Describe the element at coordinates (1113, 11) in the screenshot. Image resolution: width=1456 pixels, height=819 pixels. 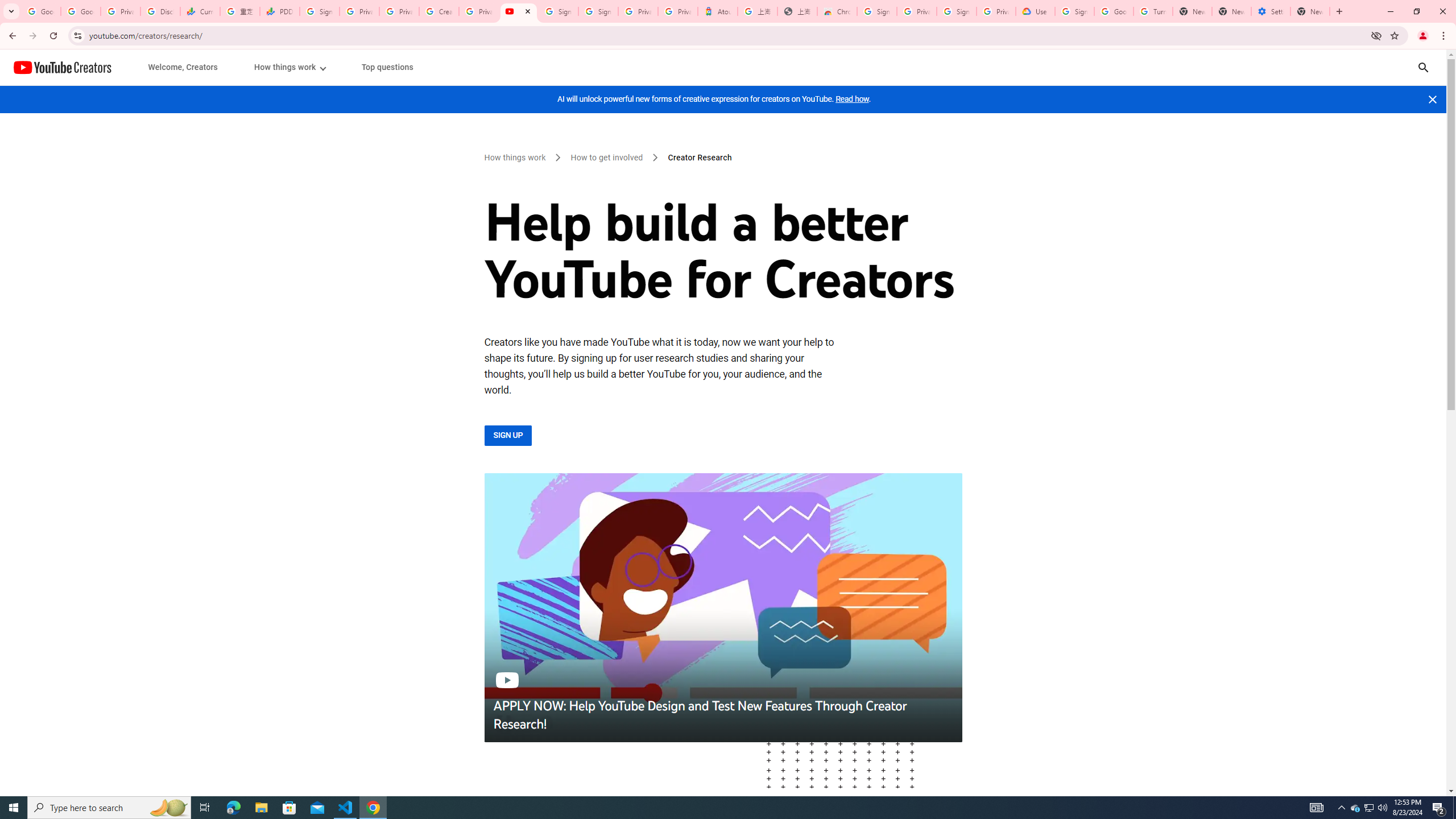
I see `'Google Account Help'` at that location.